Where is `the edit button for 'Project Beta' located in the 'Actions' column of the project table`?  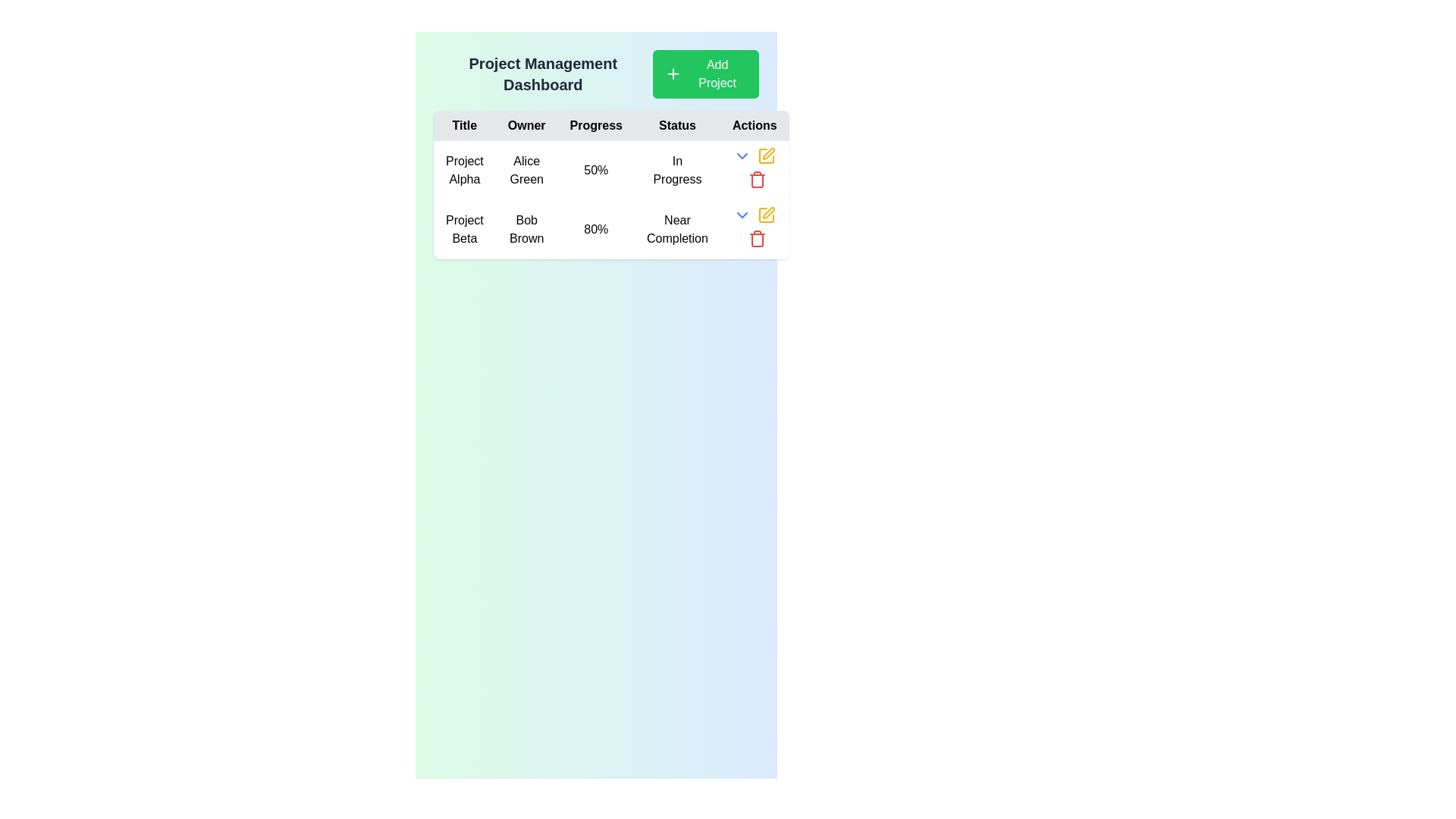 the edit button for 'Project Beta' located in the 'Actions' column of the project table is located at coordinates (767, 155).